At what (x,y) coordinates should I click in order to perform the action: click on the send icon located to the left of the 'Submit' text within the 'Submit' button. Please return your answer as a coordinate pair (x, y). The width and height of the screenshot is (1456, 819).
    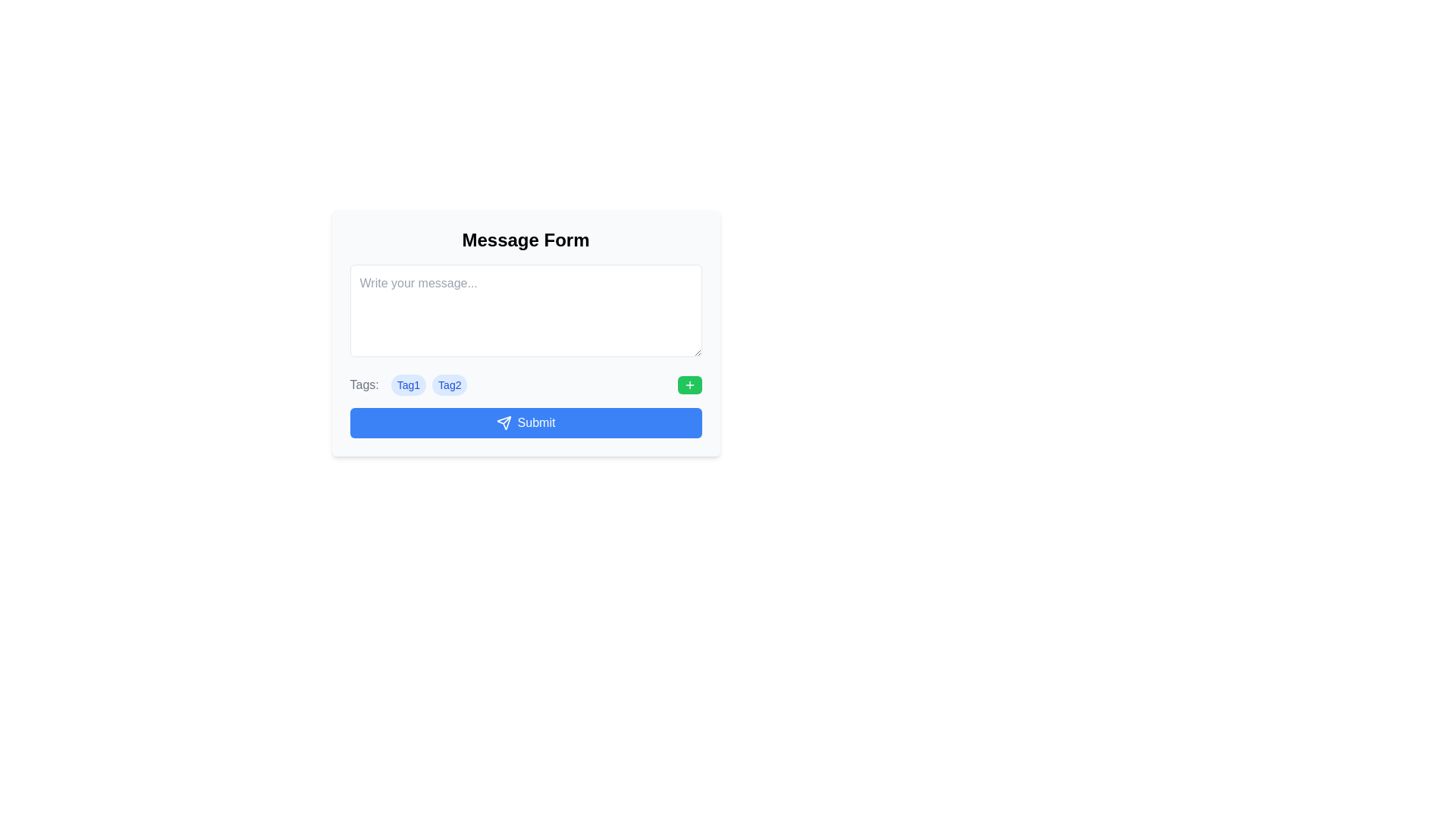
    Looking at the image, I should click on (504, 423).